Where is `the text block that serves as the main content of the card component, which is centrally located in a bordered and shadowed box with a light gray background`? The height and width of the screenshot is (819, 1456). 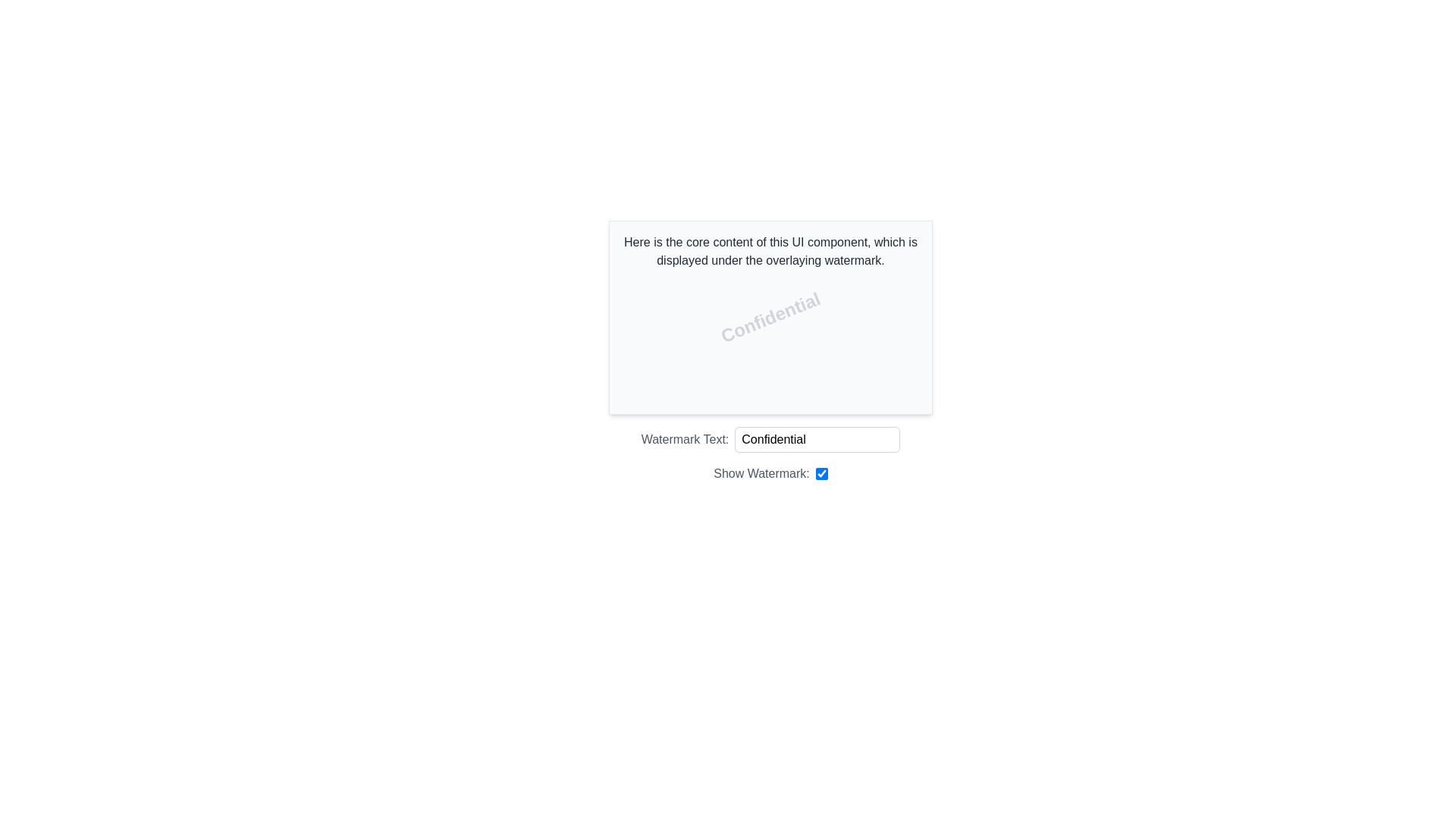
the text block that serves as the main content of the card component, which is centrally located in a bordered and shadowed box with a light gray background is located at coordinates (770, 250).